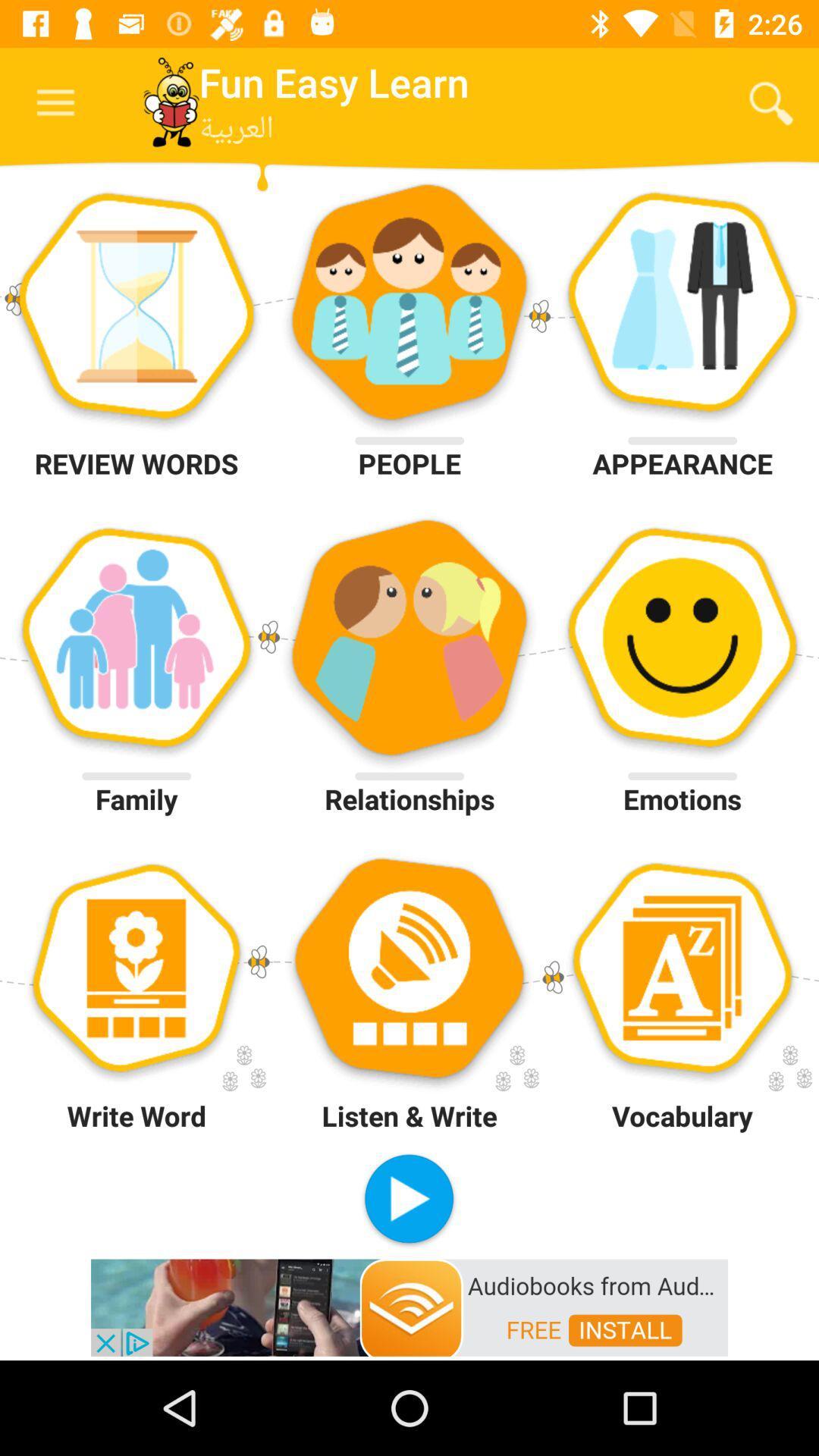 The width and height of the screenshot is (819, 1456). Describe the element at coordinates (771, 103) in the screenshot. I see `the search icon beside learn` at that location.